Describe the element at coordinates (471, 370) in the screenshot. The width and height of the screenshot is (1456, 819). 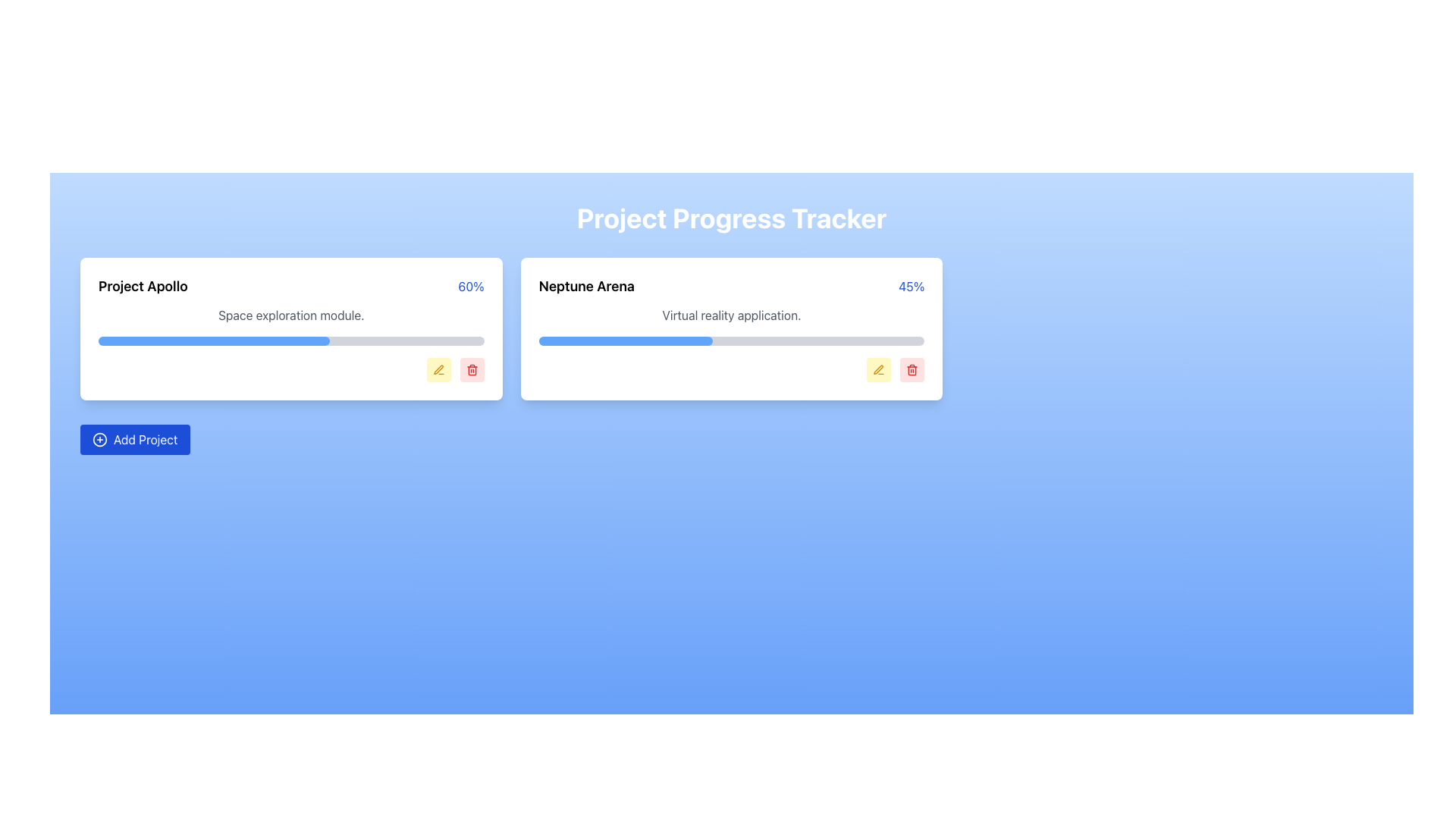
I see `the delete button located within the 'Project Apollo' card at the bottom-right corner adjacent to the yellow edit button` at that location.